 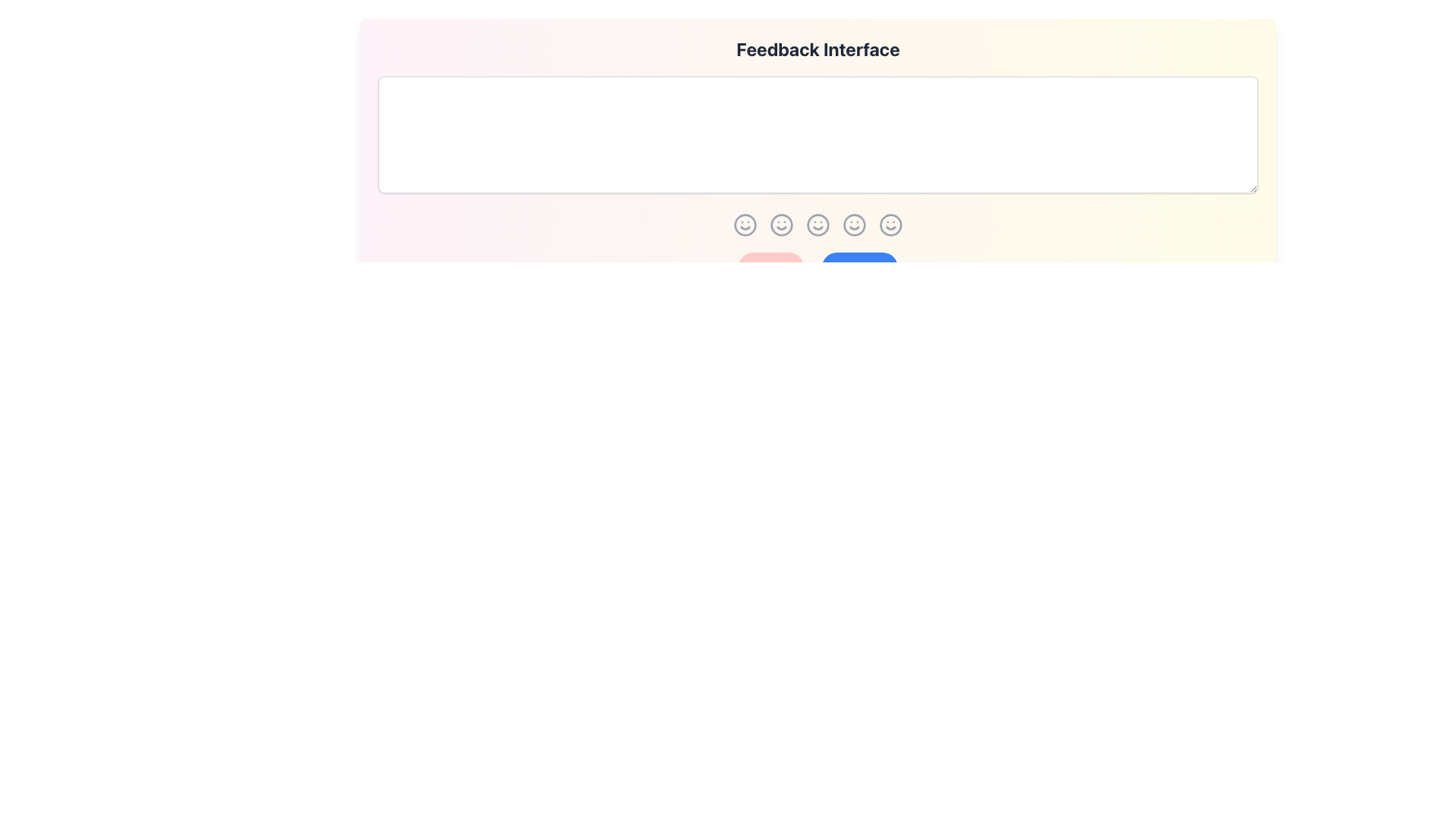 I want to click on the smiley face icon, which is the second icon in a horizontal arrangement of feedback icons located under the feedback text box, so click(x=782, y=225).